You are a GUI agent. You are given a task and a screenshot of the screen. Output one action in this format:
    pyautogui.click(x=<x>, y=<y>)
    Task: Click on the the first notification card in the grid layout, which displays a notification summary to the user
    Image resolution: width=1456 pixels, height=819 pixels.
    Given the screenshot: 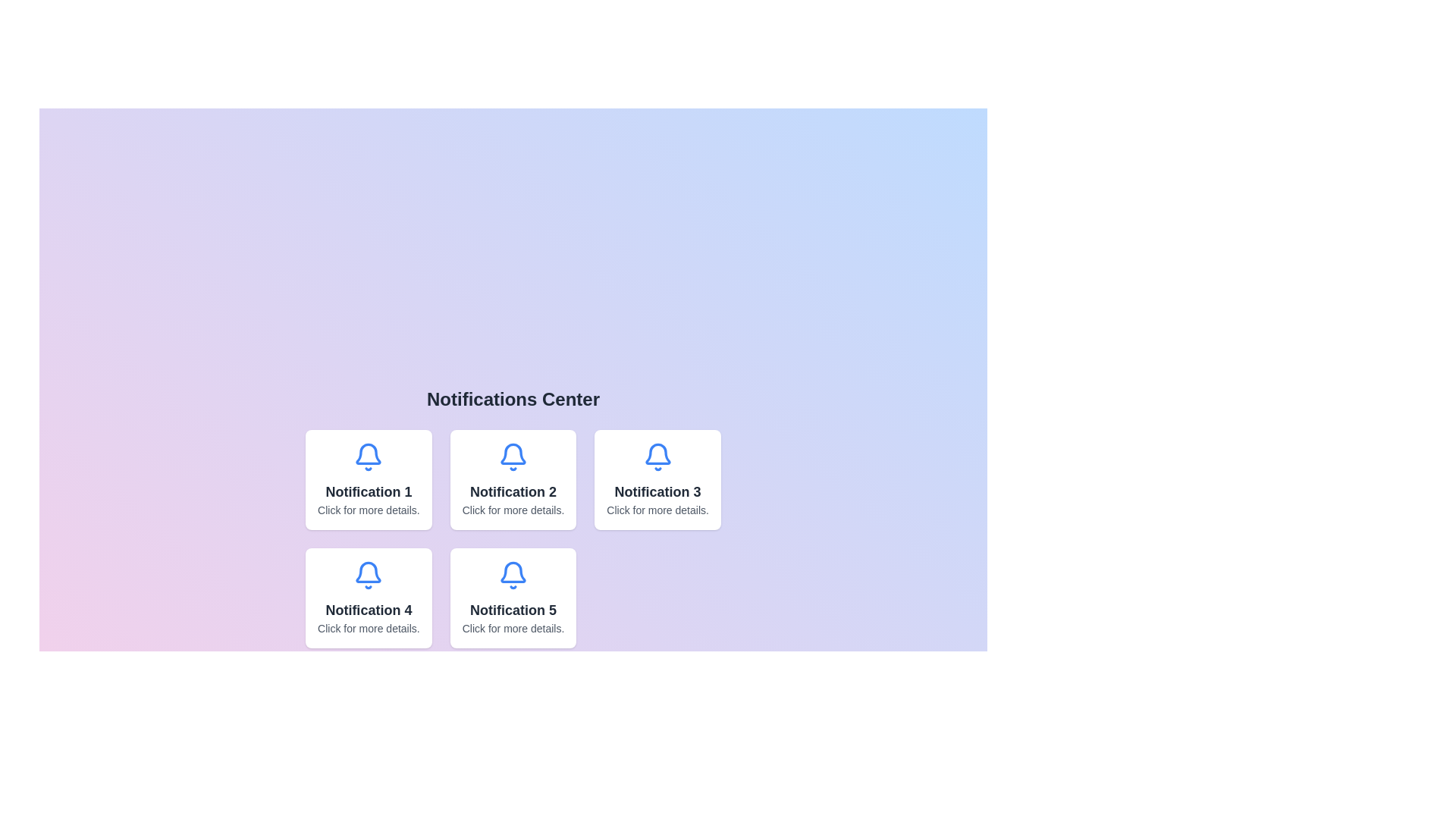 What is the action you would take?
    pyautogui.click(x=369, y=479)
    